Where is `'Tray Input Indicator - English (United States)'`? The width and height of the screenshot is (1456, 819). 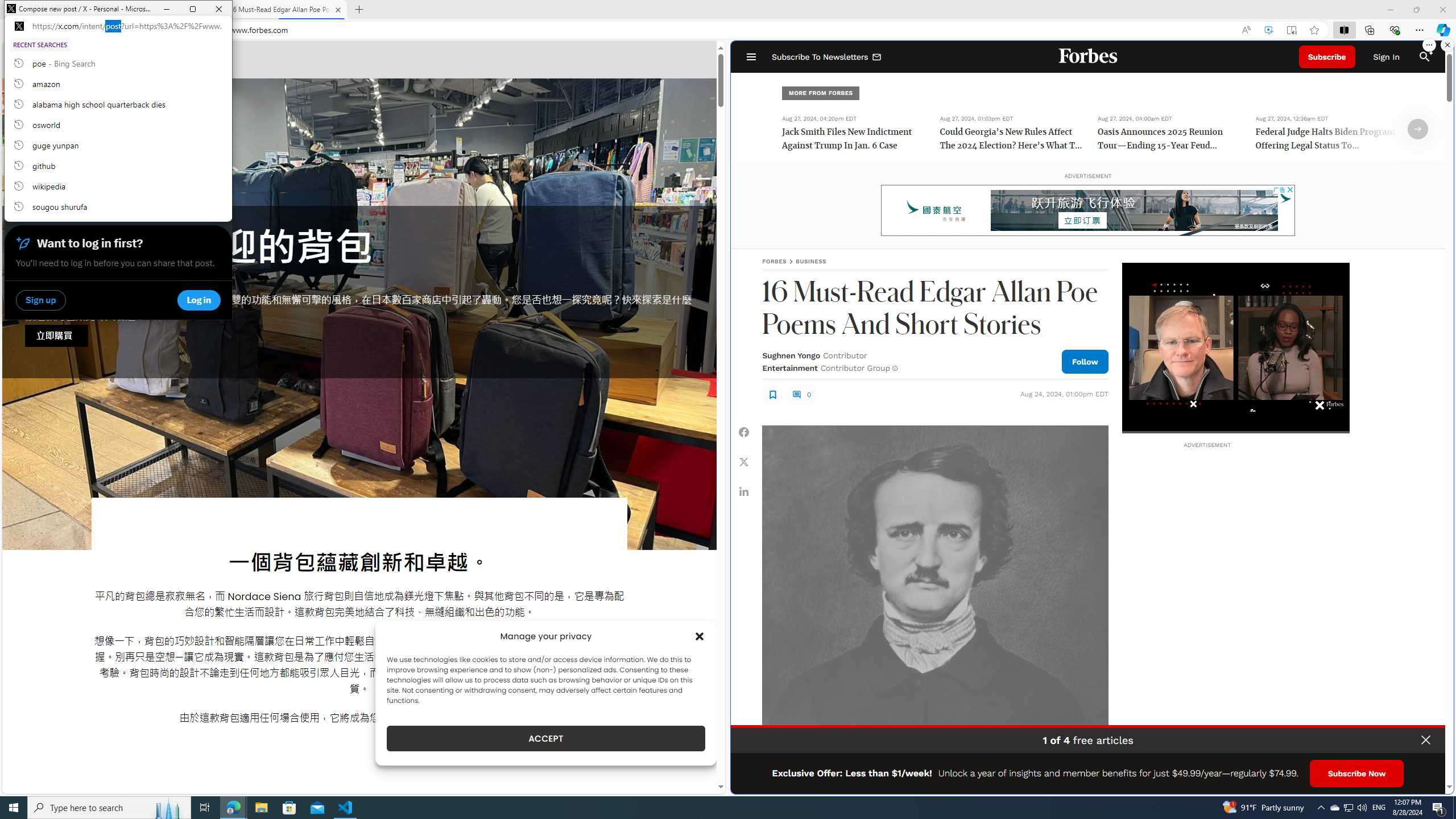
'Tray Input Indicator - English (United States)' is located at coordinates (1379, 806).